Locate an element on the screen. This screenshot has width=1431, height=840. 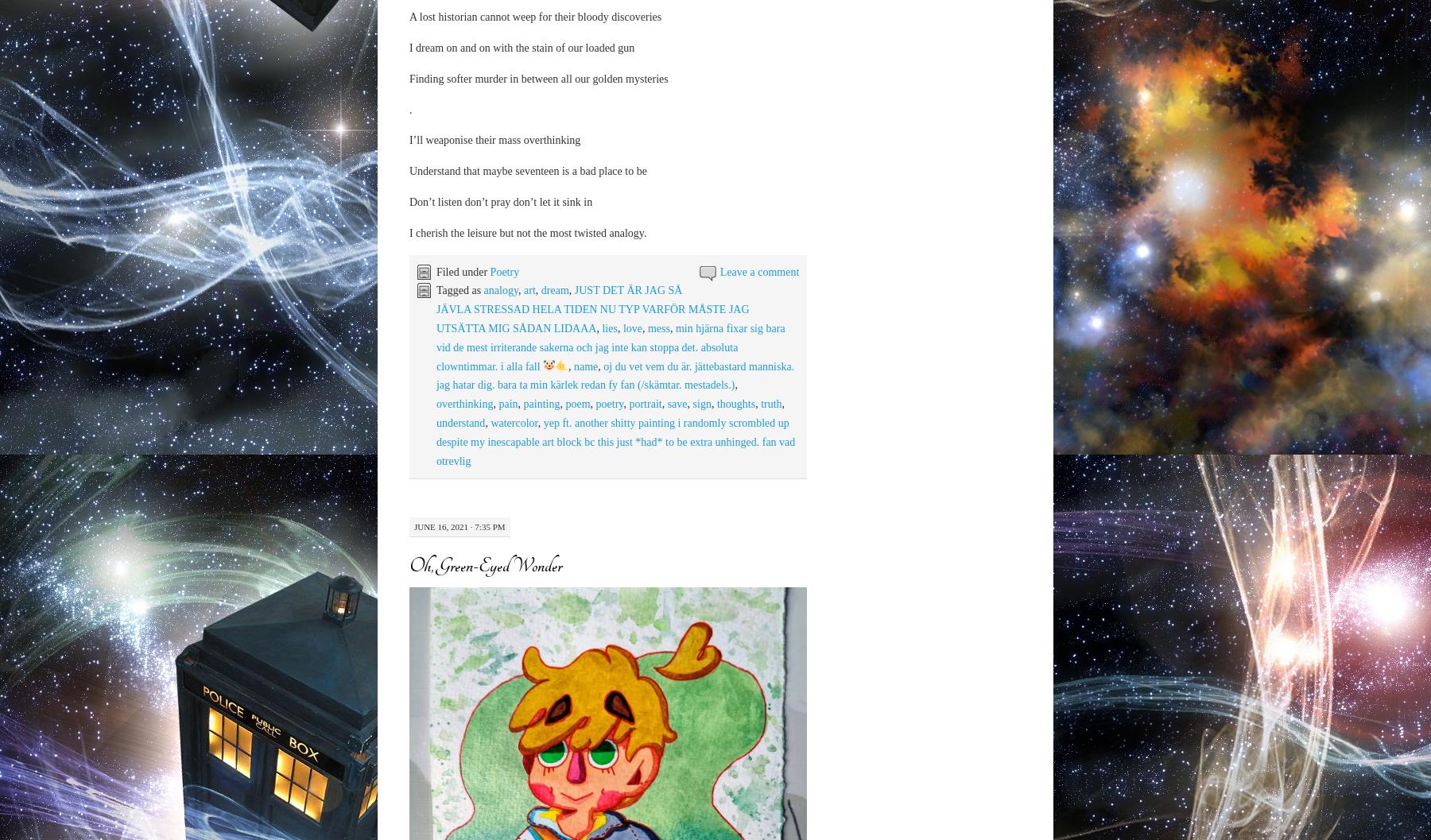
'min hjärna fixar sig bara vid de mest irriterande sakerna och jag inte kan stoppa det. absoluta clowntimmar. i alla fall' is located at coordinates (434, 346).